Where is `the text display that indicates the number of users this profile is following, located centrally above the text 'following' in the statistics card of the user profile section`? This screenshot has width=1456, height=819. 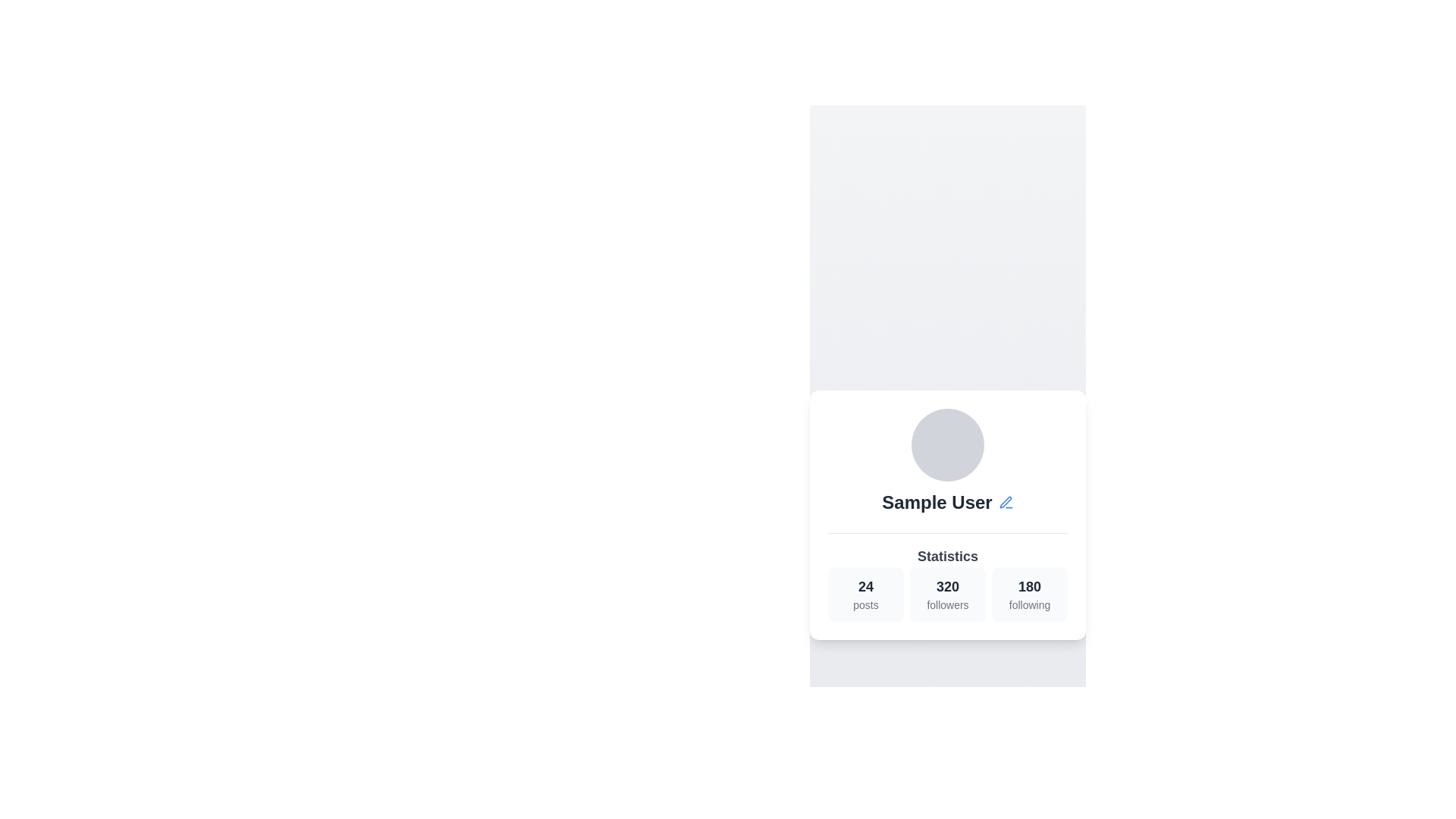 the text display that indicates the number of users this profile is following, located centrally above the text 'following' in the statistics card of the user profile section is located at coordinates (1030, 585).